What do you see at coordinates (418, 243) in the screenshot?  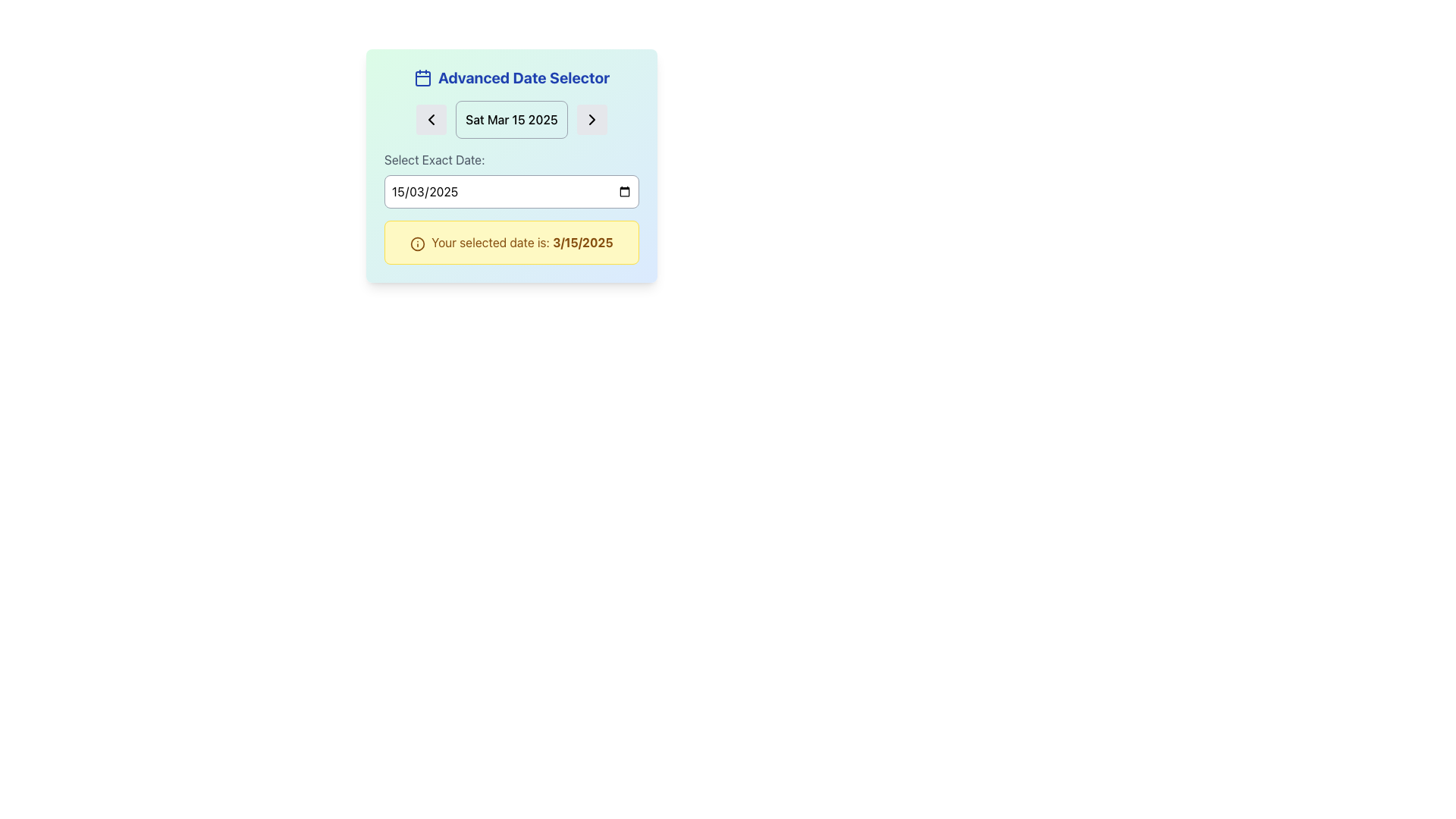 I see `the circular icon with a yellowish background and an outline, located in the leftmost section of the yellow notification box, preceding the textual message about the date` at bounding box center [418, 243].